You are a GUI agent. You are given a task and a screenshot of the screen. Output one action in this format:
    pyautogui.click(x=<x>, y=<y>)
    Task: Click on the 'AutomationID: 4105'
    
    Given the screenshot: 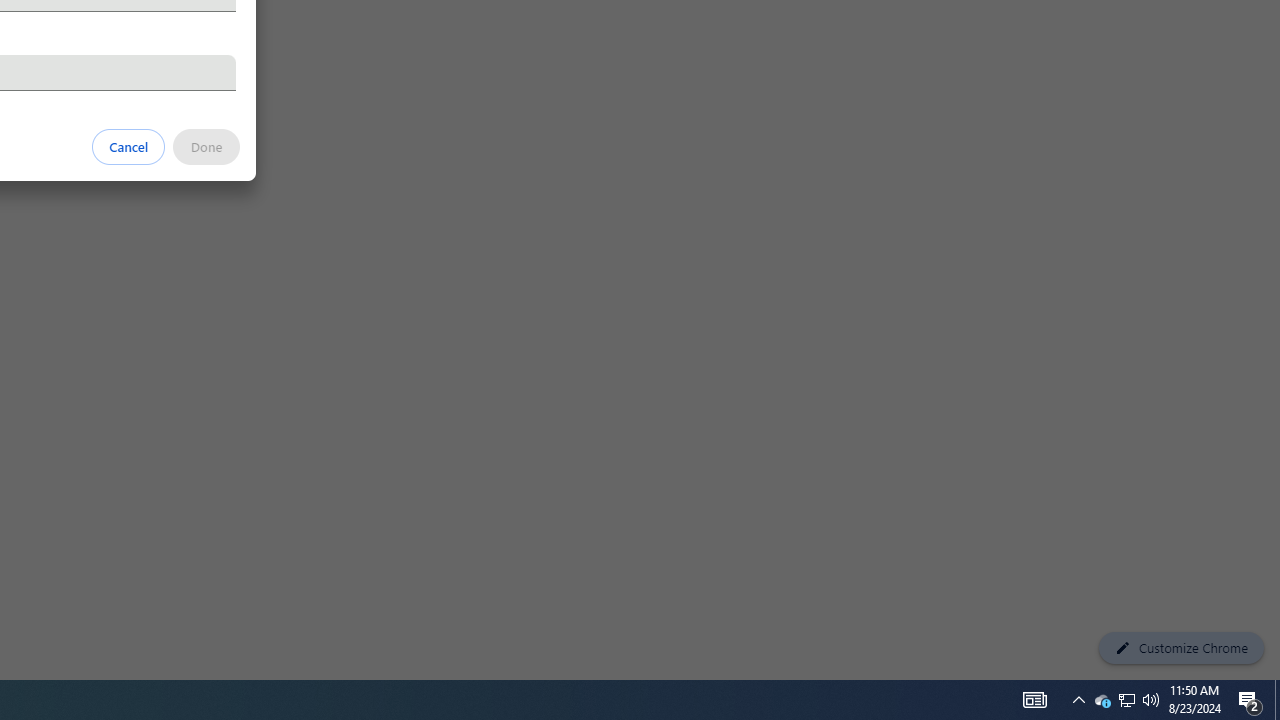 What is the action you would take?
    pyautogui.click(x=1034, y=698)
    